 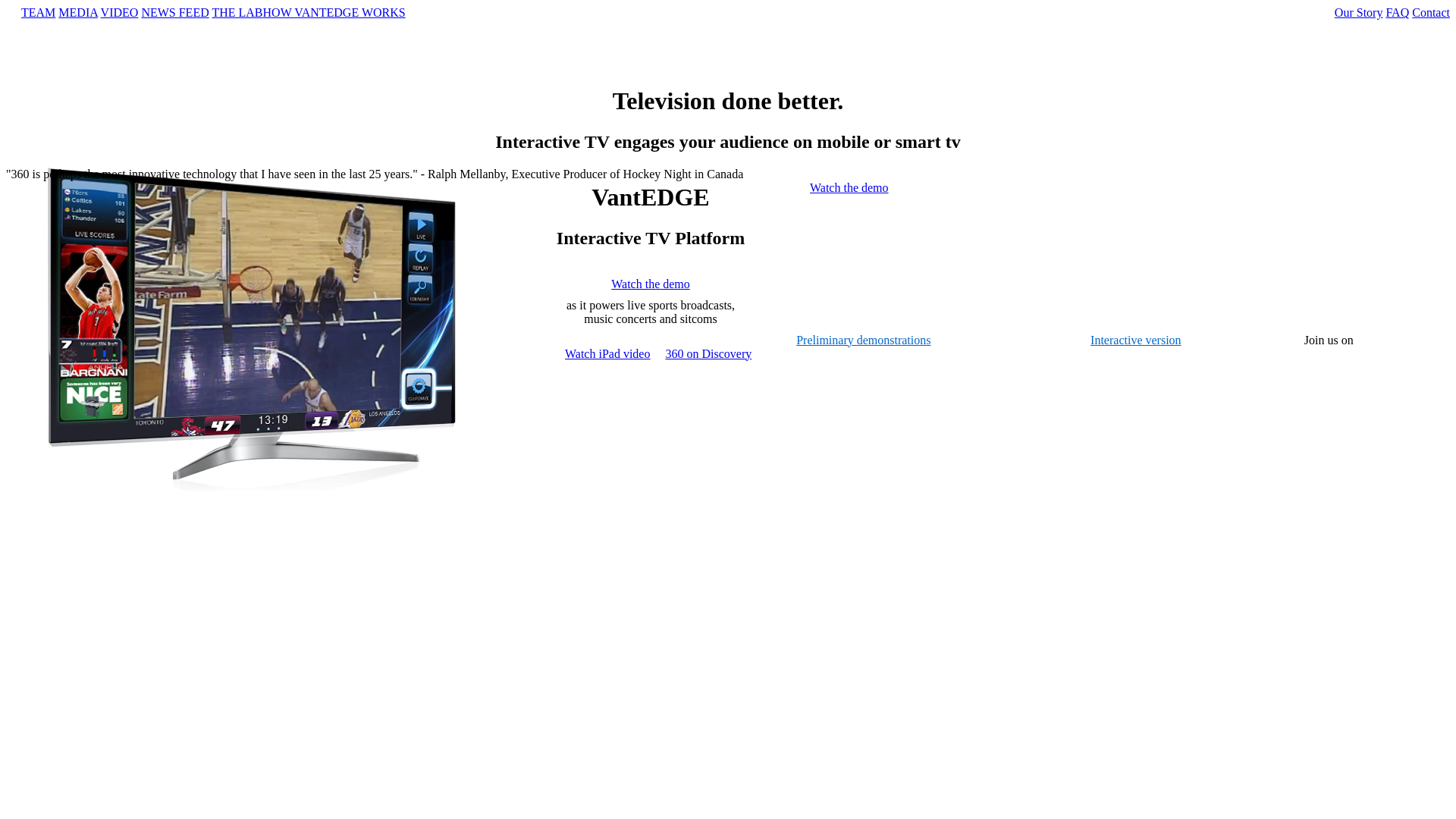 What do you see at coordinates (210, 12) in the screenshot?
I see `'THE LAB'` at bounding box center [210, 12].